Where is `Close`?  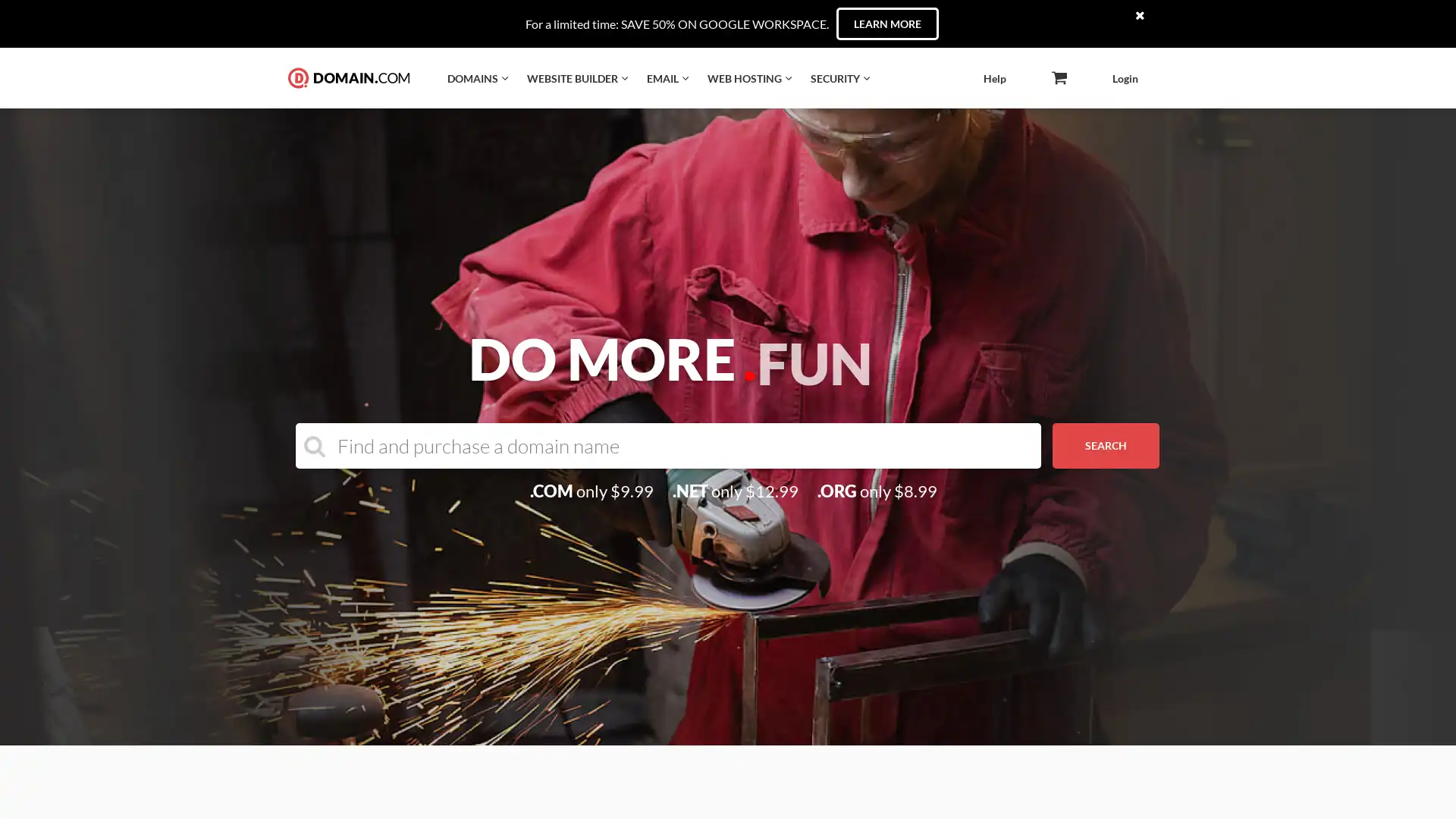
Close is located at coordinates (277, 593).